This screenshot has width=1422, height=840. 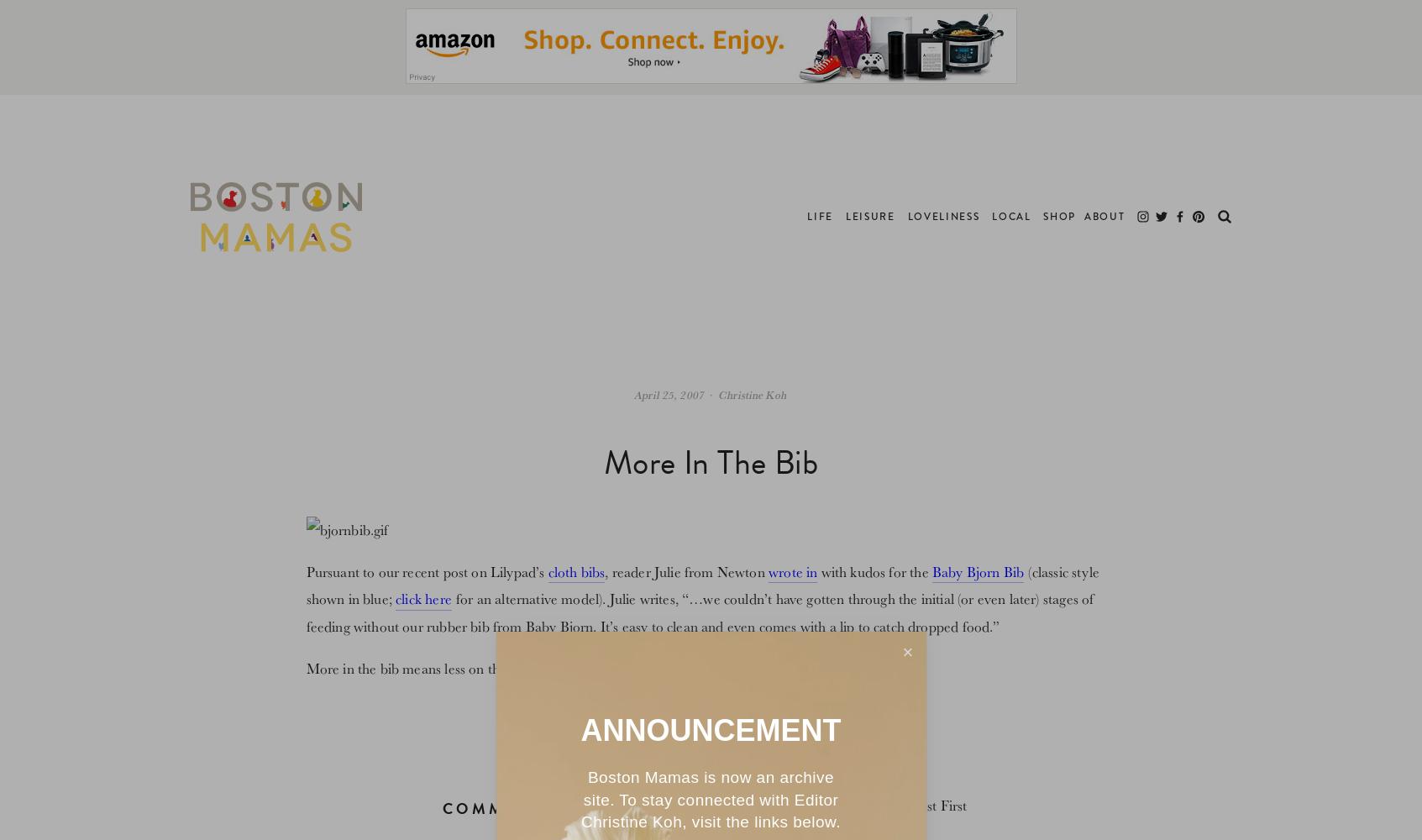 I want to click on 'Baby Bjorn Bib', so click(x=977, y=570).